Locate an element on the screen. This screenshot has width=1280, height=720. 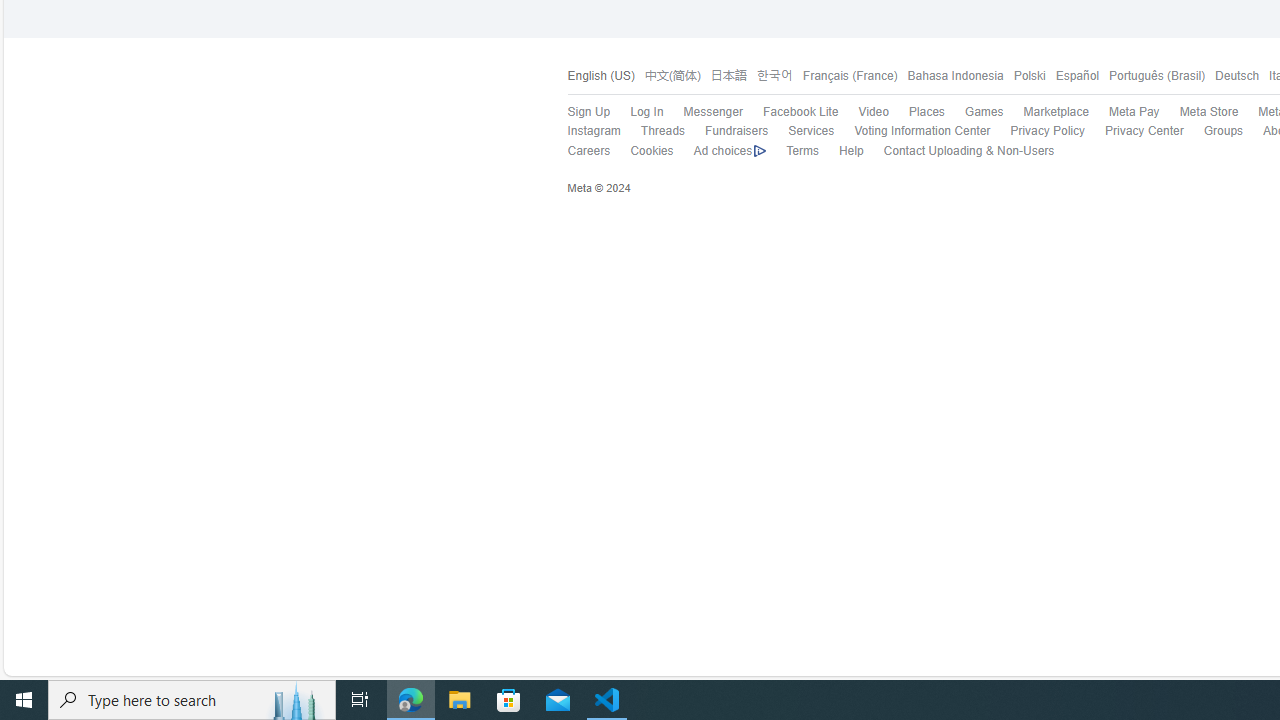
'Messenger' is located at coordinates (702, 113).